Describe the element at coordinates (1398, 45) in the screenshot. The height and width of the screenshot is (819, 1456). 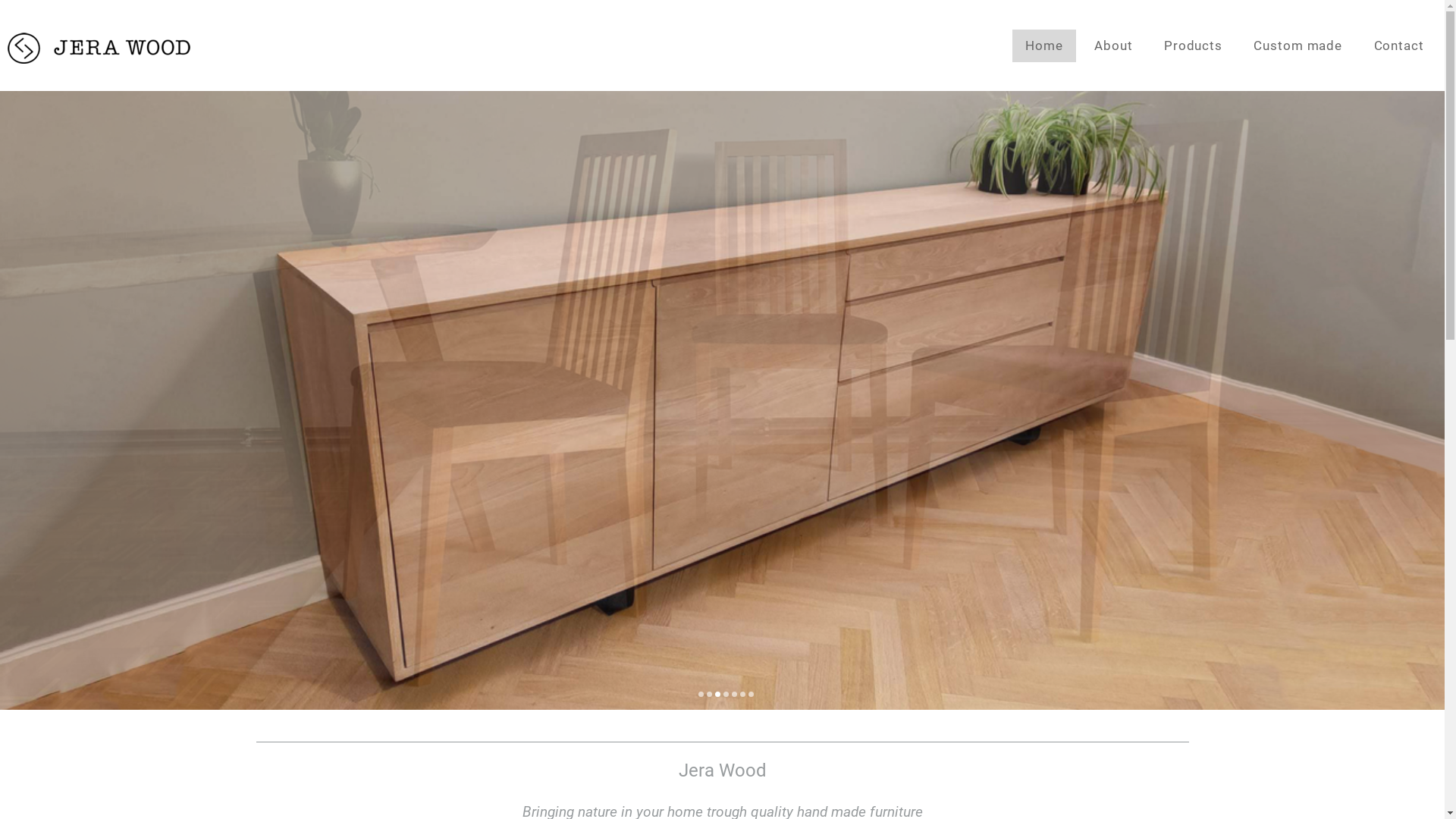
I see `'Contact'` at that location.